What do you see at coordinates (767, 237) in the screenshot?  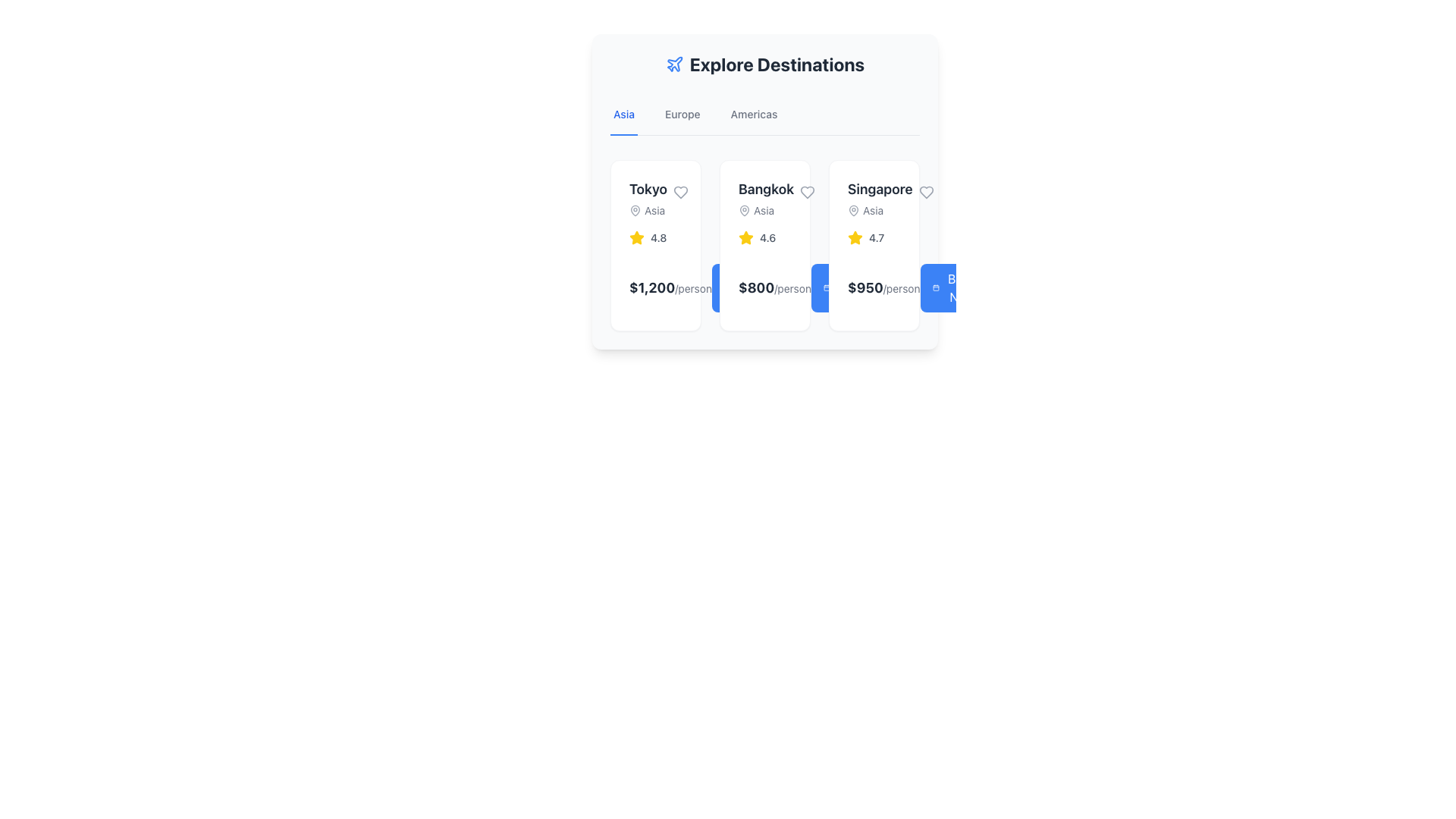 I see `the text label displaying the value '4.6', which is adjacent` at bounding box center [767, 237].